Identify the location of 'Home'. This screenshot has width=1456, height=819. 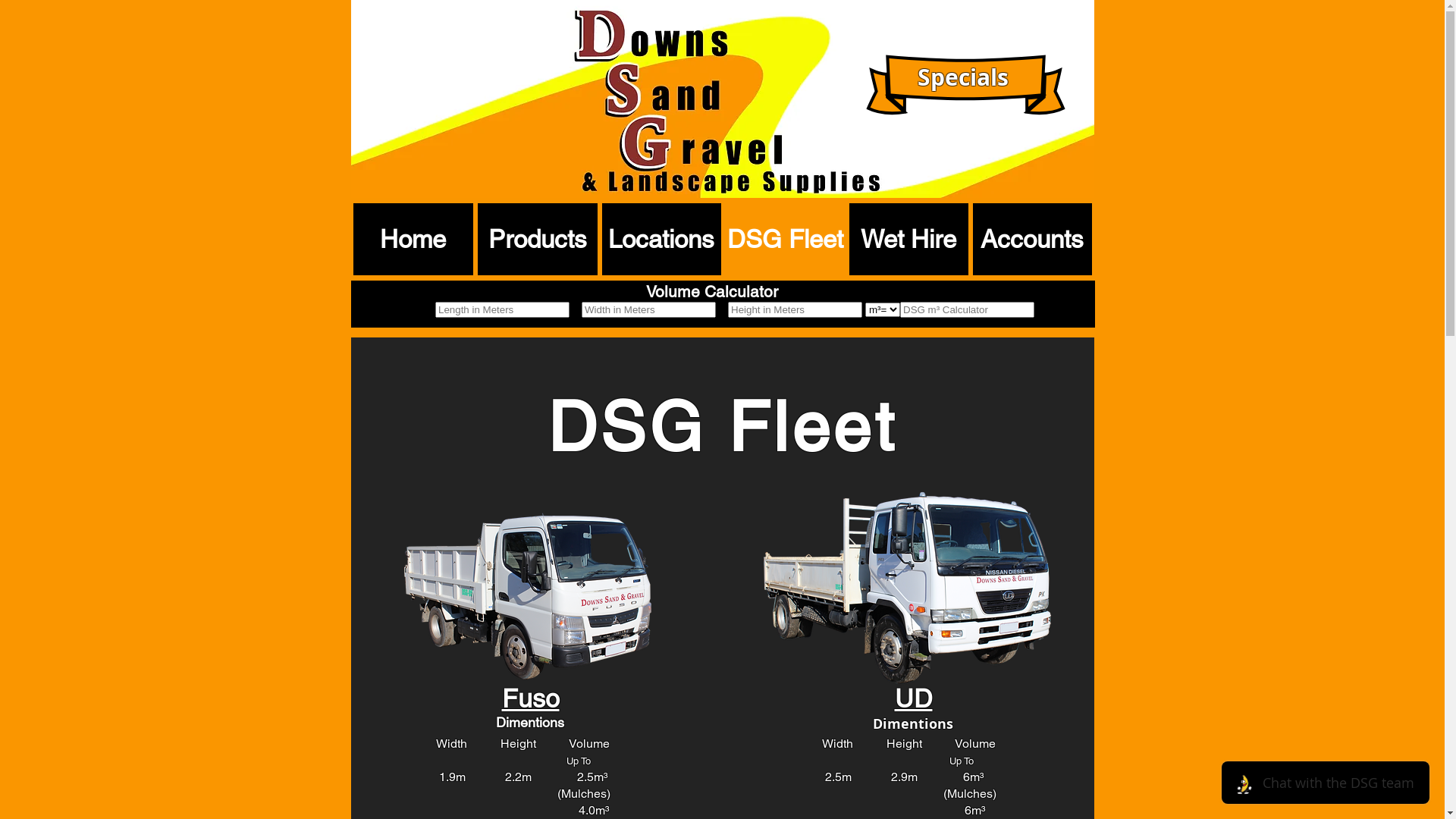
(413, 239).